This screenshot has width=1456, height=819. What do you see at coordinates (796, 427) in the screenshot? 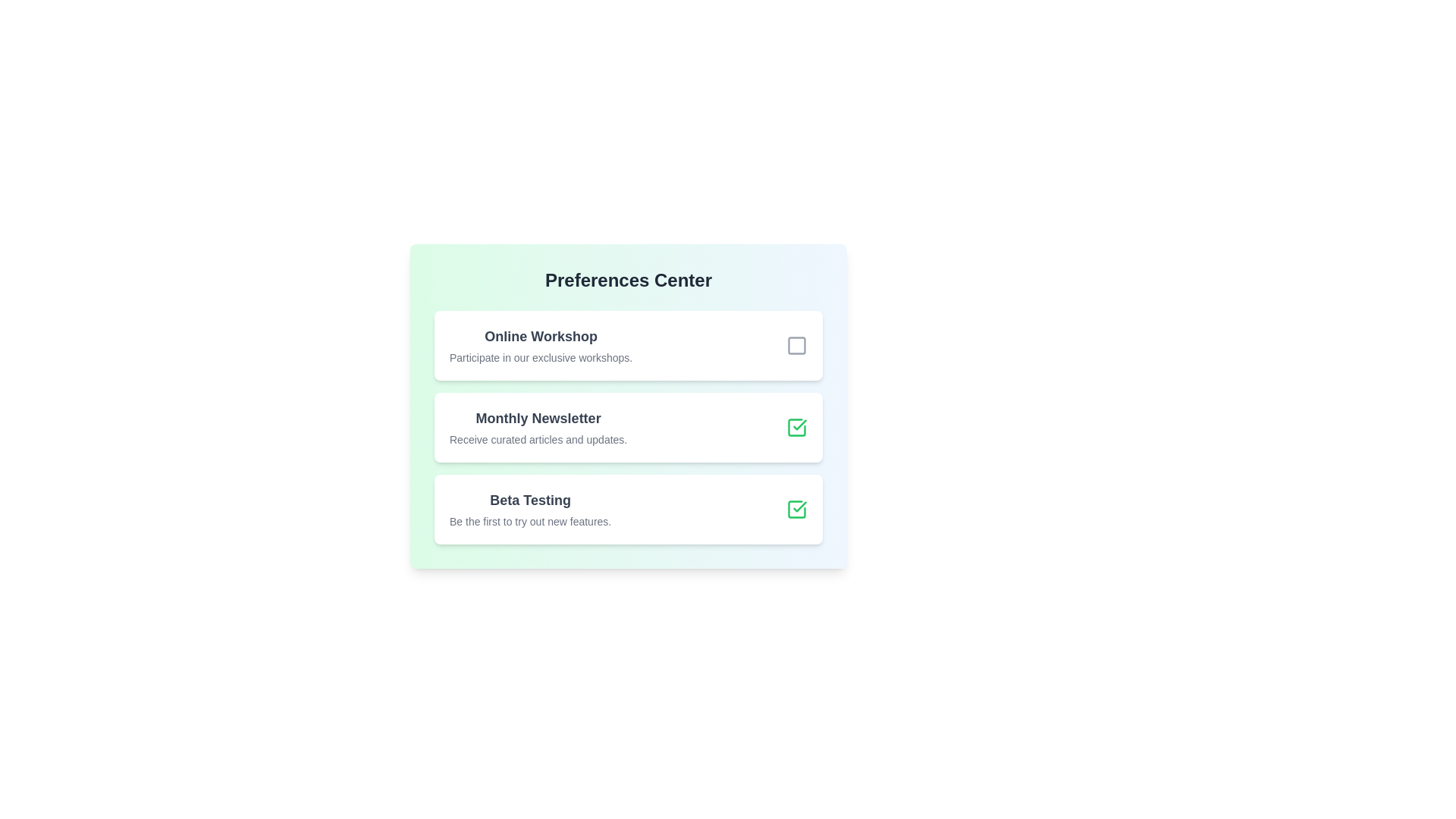
I see `the 'Monthly Newsletter' checkbox located` at bounding box center [796, 427].